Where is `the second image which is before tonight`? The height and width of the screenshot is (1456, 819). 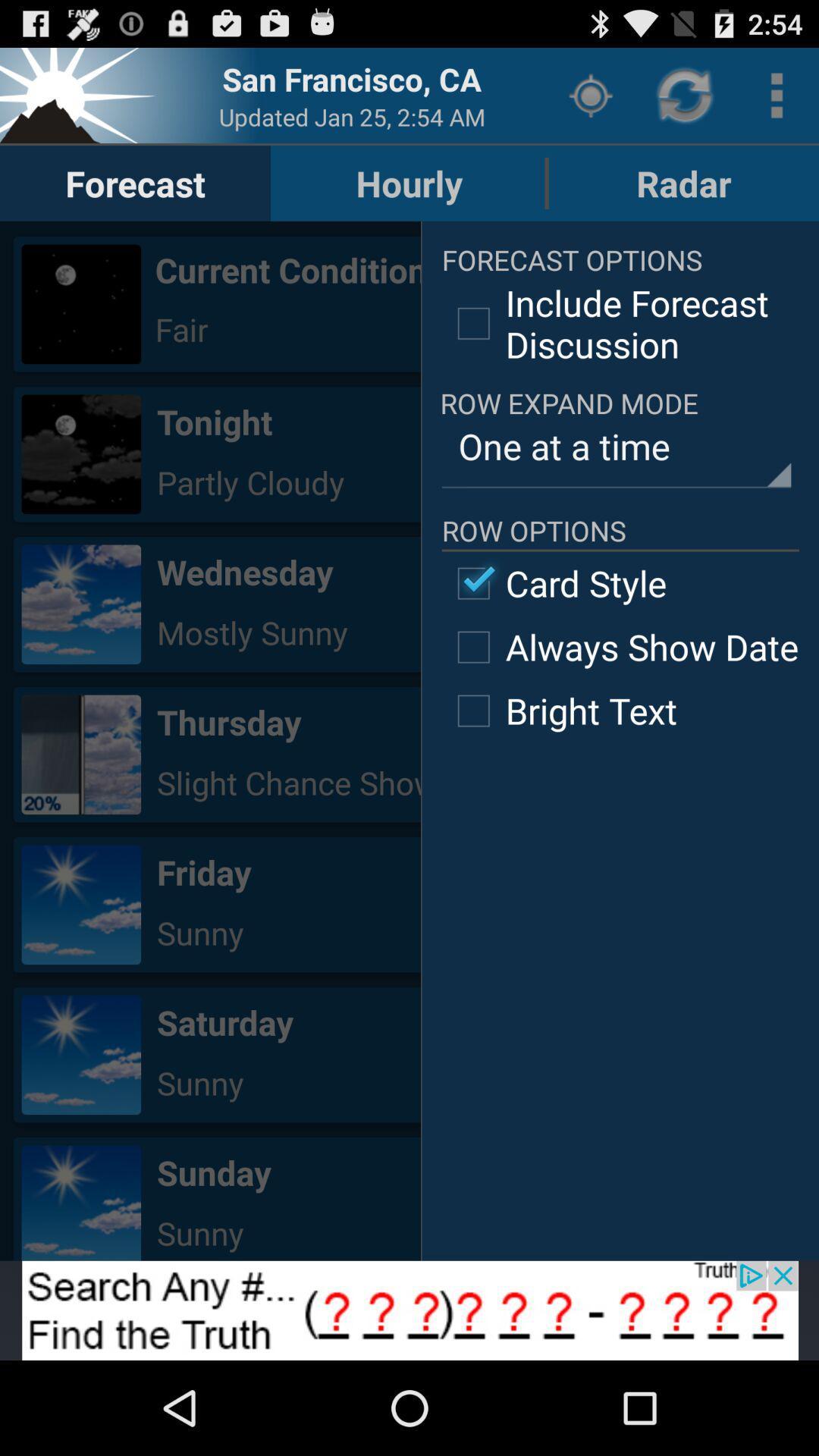 the second image which is before tonight is located at coordinates (81, 453).